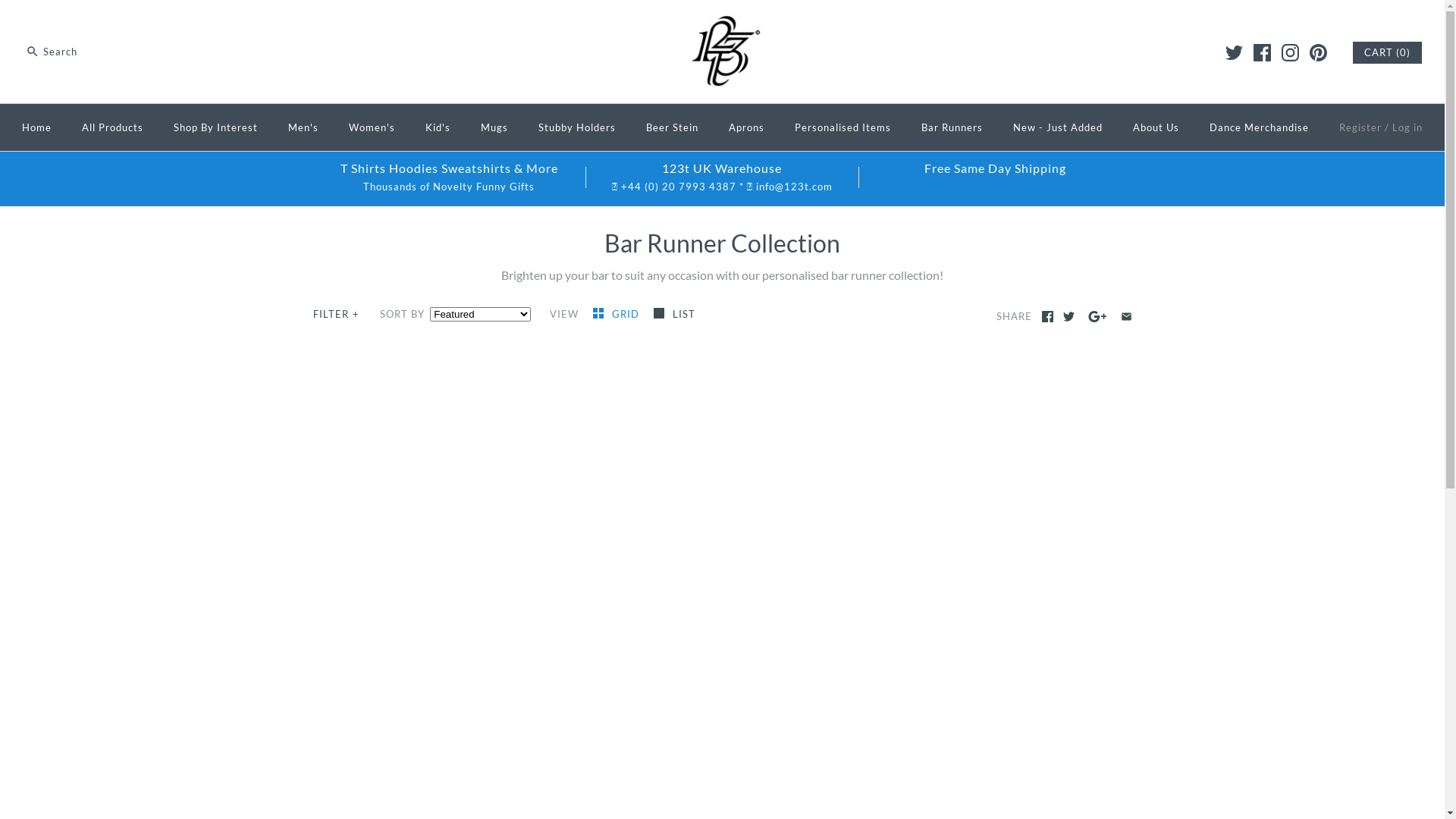  What do you see at coordinates (673, 312) in the screenshot?
I see `'LIST'` at bounding box center [673, 312].